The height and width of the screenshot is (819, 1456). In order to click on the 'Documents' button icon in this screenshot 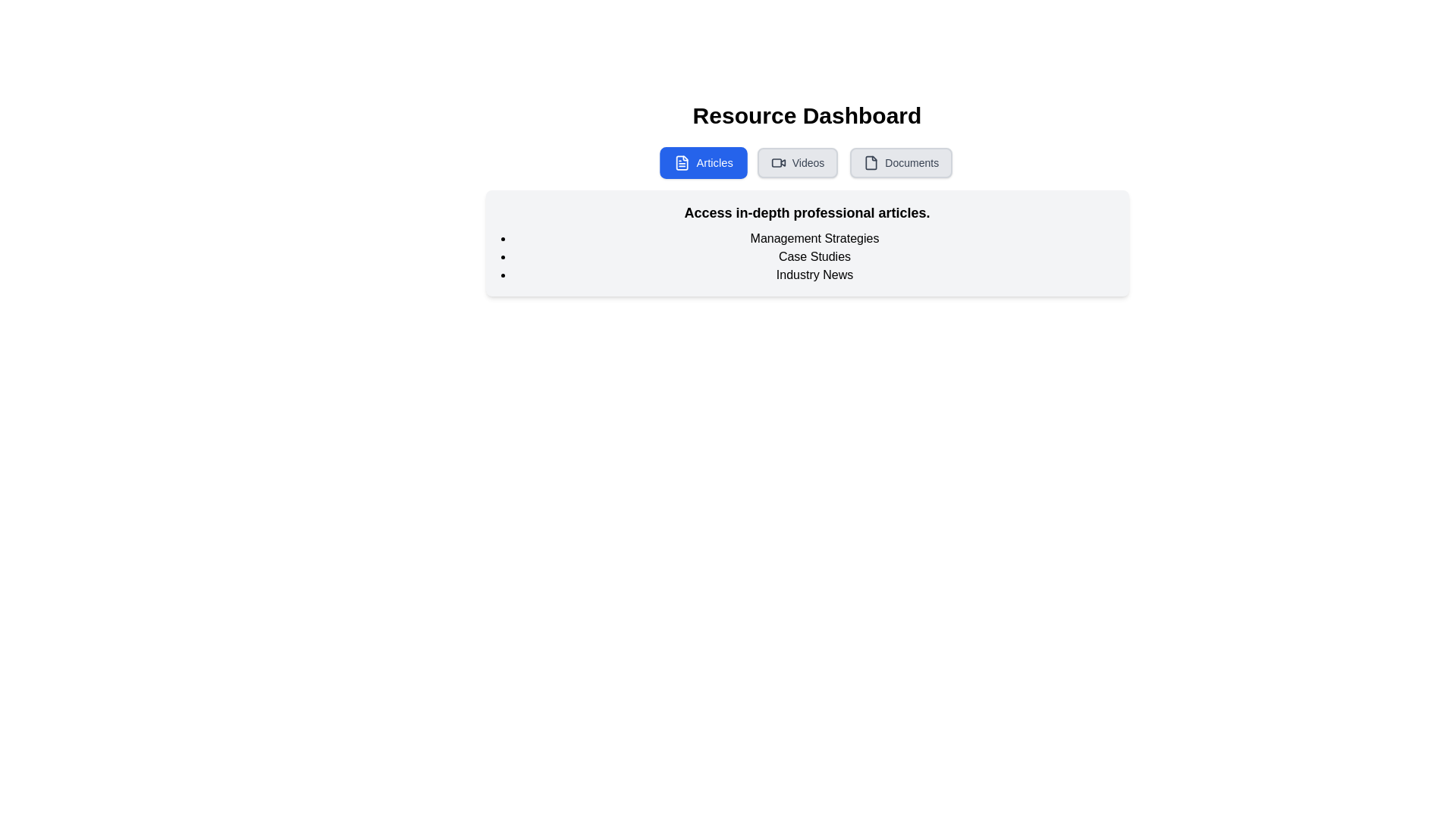, I will do `click(871, 163)`.